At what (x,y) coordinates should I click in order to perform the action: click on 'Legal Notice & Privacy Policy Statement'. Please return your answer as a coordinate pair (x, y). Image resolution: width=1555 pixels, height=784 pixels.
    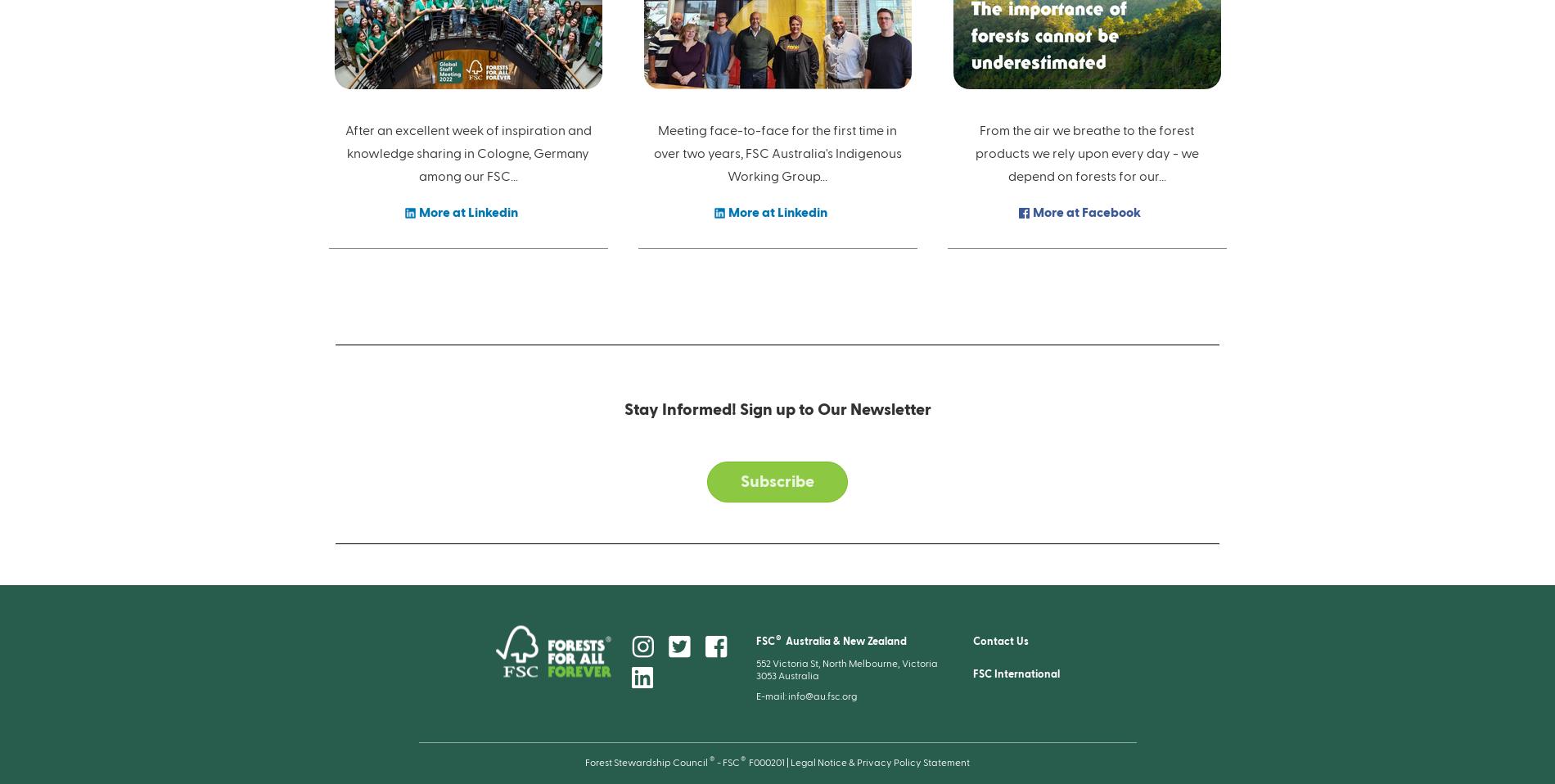
    Looking at the image, I should click on (879, 761).